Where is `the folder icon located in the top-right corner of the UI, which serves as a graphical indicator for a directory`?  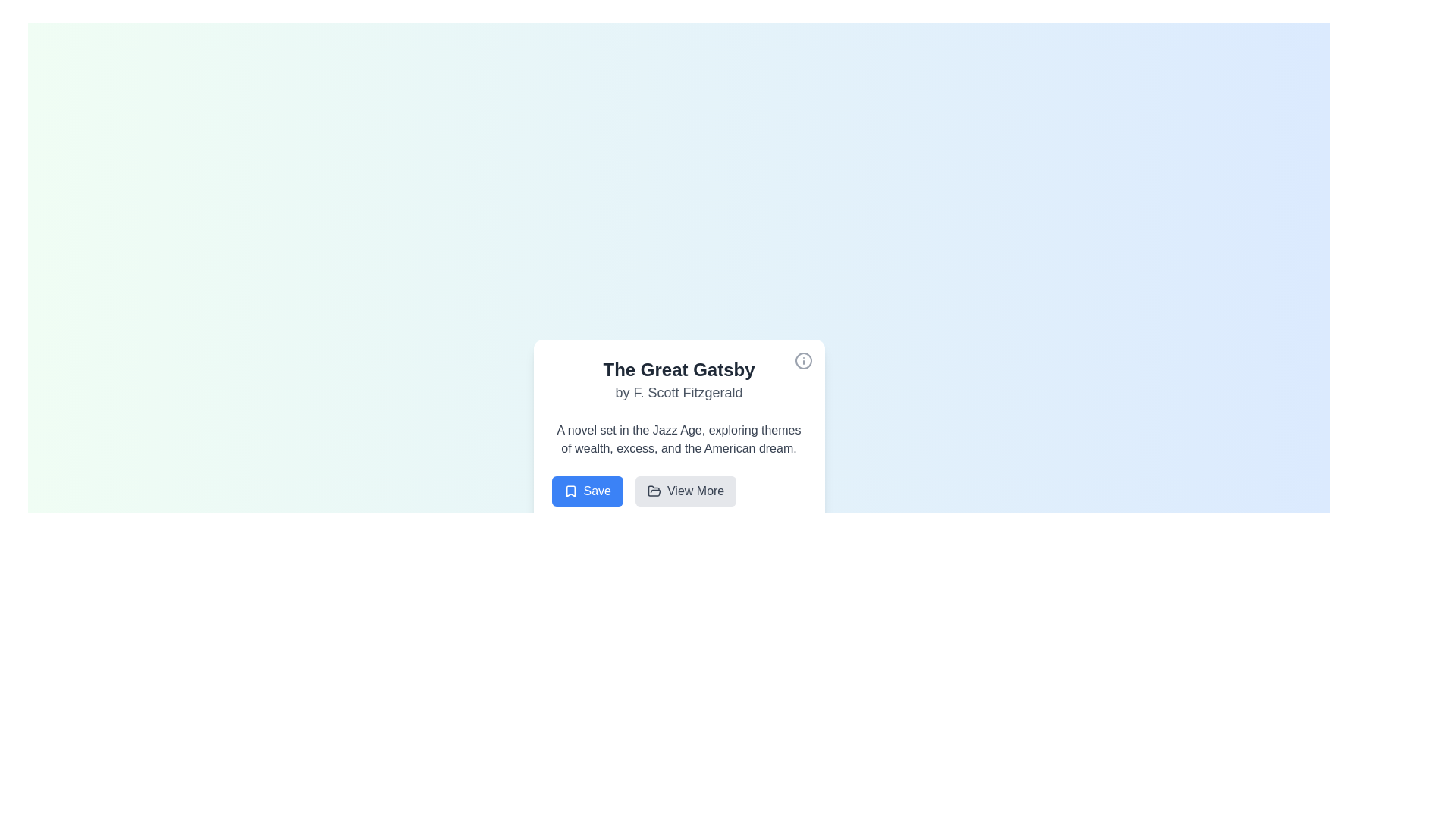
the folder icon located in the top-right corner of the UI, which serves as a graphical indicator for a directory is located at coordinates (654, 491).